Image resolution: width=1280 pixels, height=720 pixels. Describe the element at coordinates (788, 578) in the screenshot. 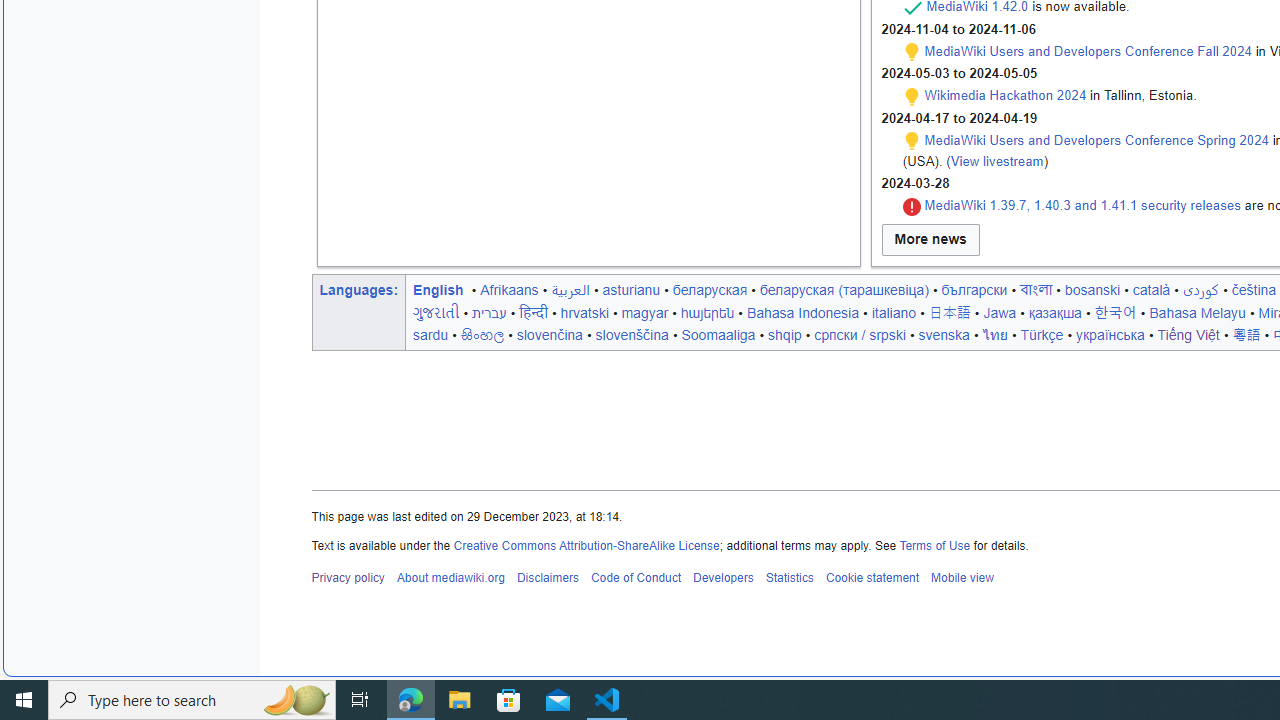

I see `'Statistics'` at that location.